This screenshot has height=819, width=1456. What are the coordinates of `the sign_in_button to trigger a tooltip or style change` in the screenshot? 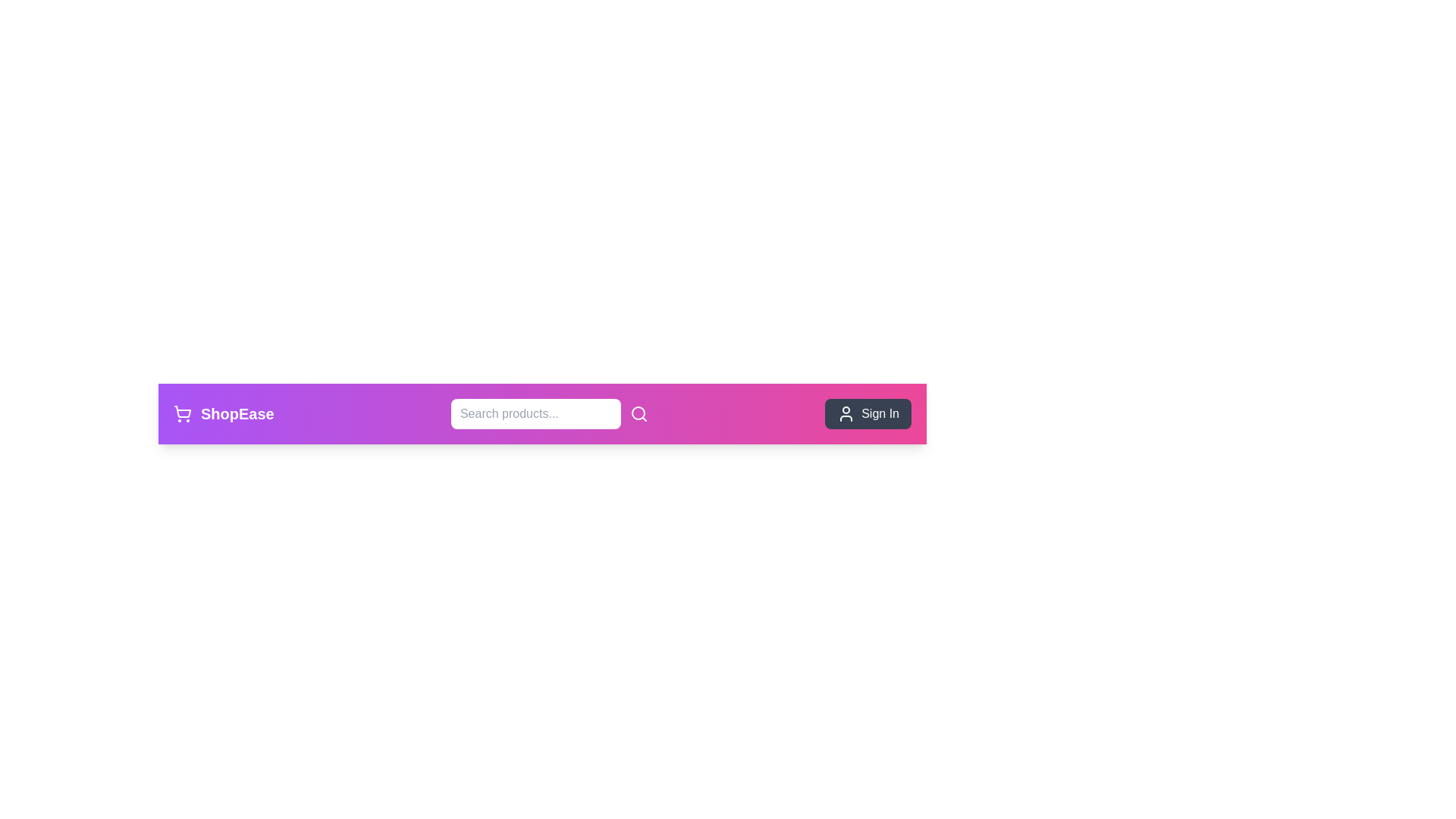 It's located at (868, 414).